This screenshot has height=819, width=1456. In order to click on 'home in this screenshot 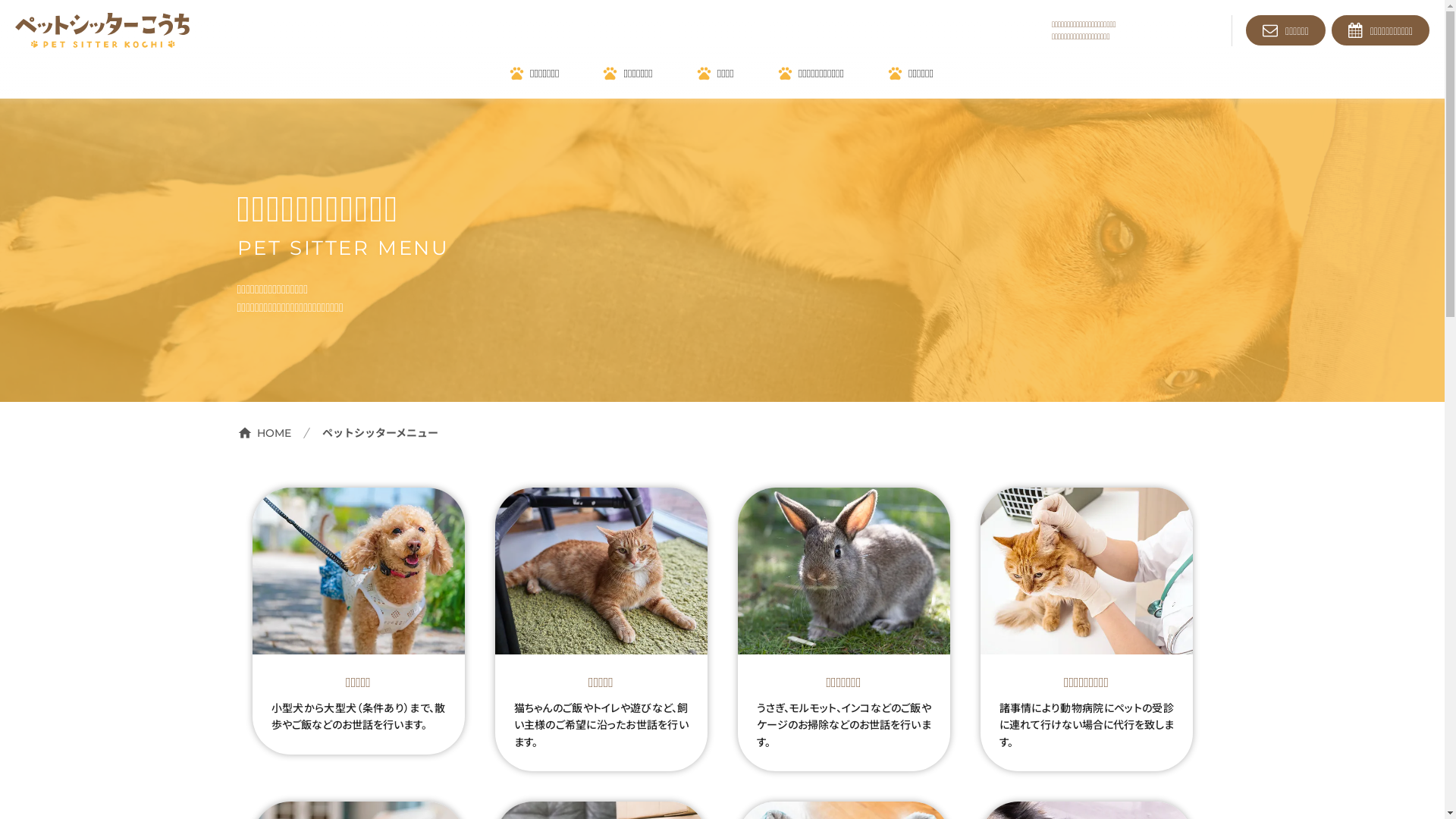, I will do `click(263, 432)`.